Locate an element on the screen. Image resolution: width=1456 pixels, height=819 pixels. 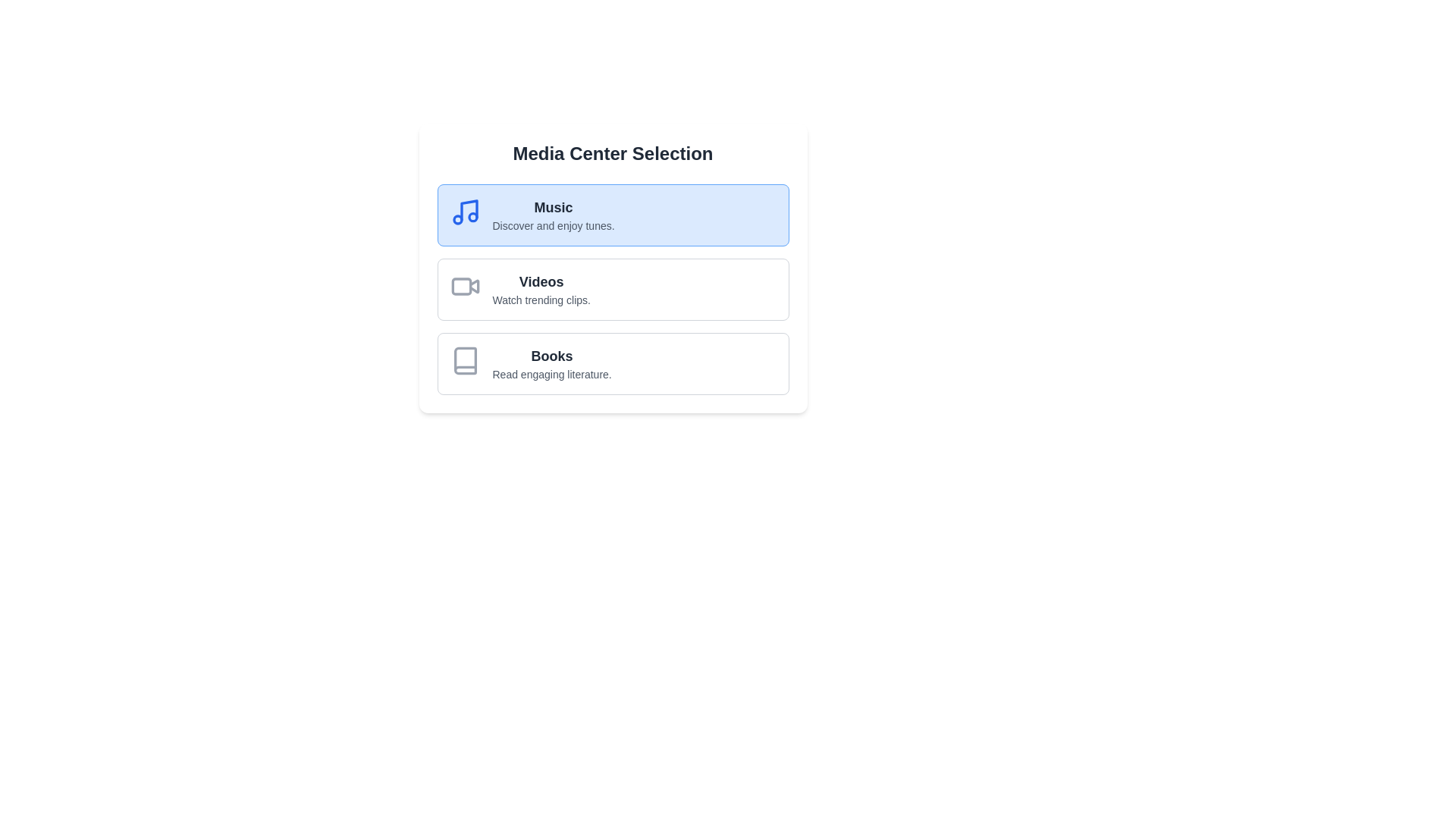
to select the 'Books' option from the selectable interactive list item, which is the last item in the Media Center Selection section, displaying the title 'Books' in bold and dark gray is located at coordinates (613, 363).